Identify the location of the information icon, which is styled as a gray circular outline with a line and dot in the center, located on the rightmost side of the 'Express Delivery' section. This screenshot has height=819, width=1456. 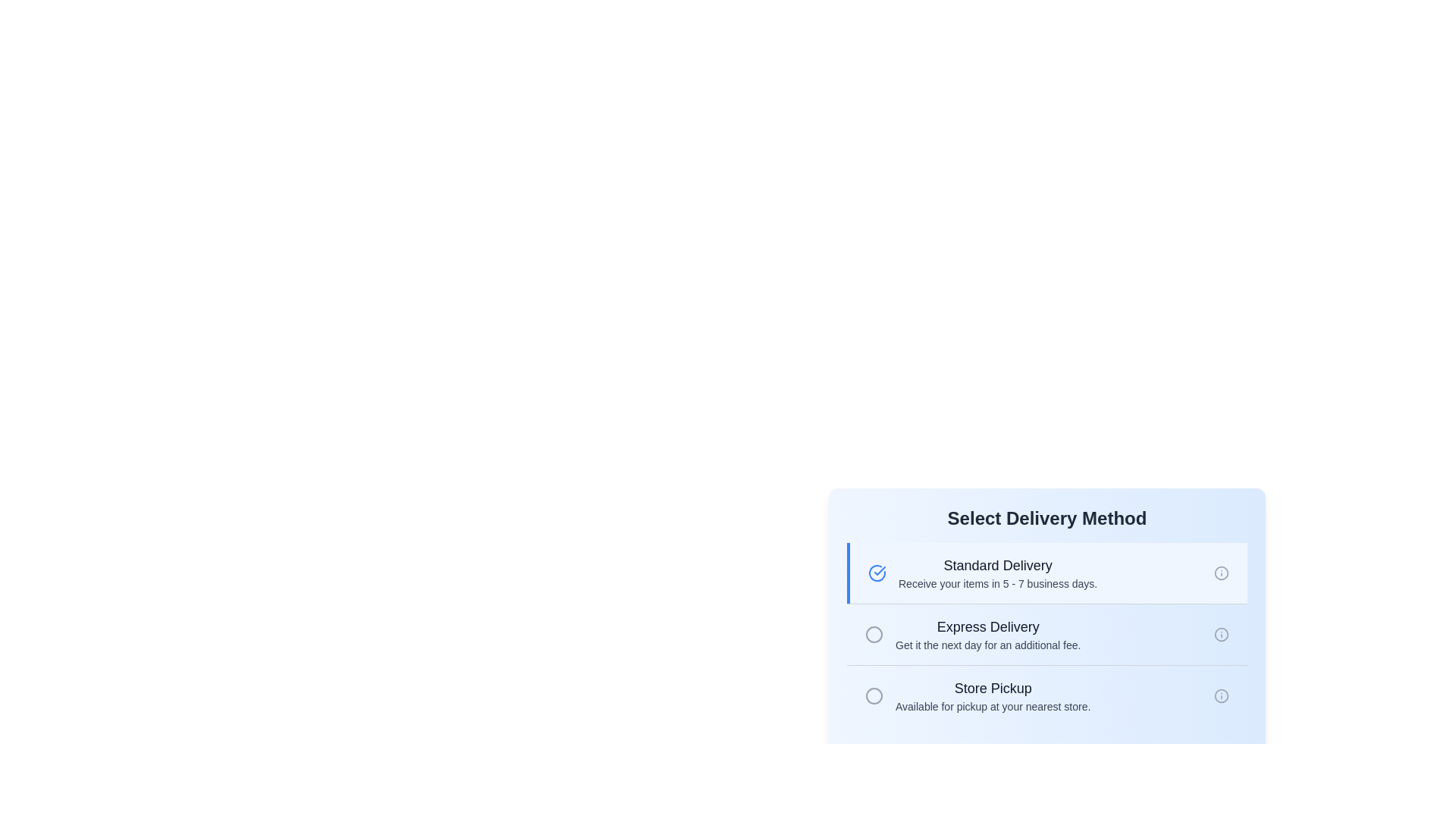
(1222, 635).